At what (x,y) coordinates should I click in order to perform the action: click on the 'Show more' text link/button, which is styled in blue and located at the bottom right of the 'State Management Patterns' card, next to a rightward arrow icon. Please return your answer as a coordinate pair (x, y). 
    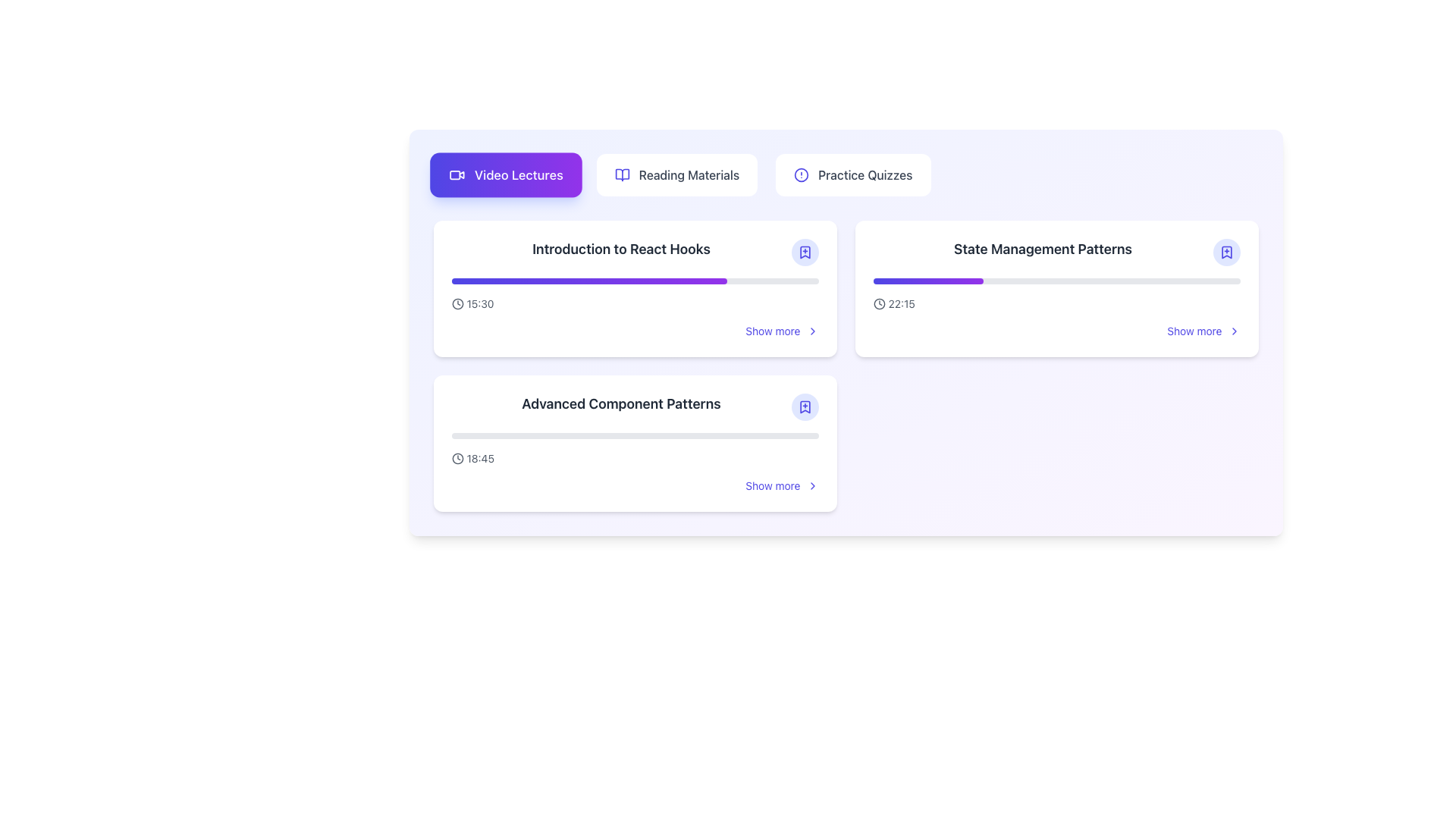
    Looking at the image, I should click on (1194, 330).